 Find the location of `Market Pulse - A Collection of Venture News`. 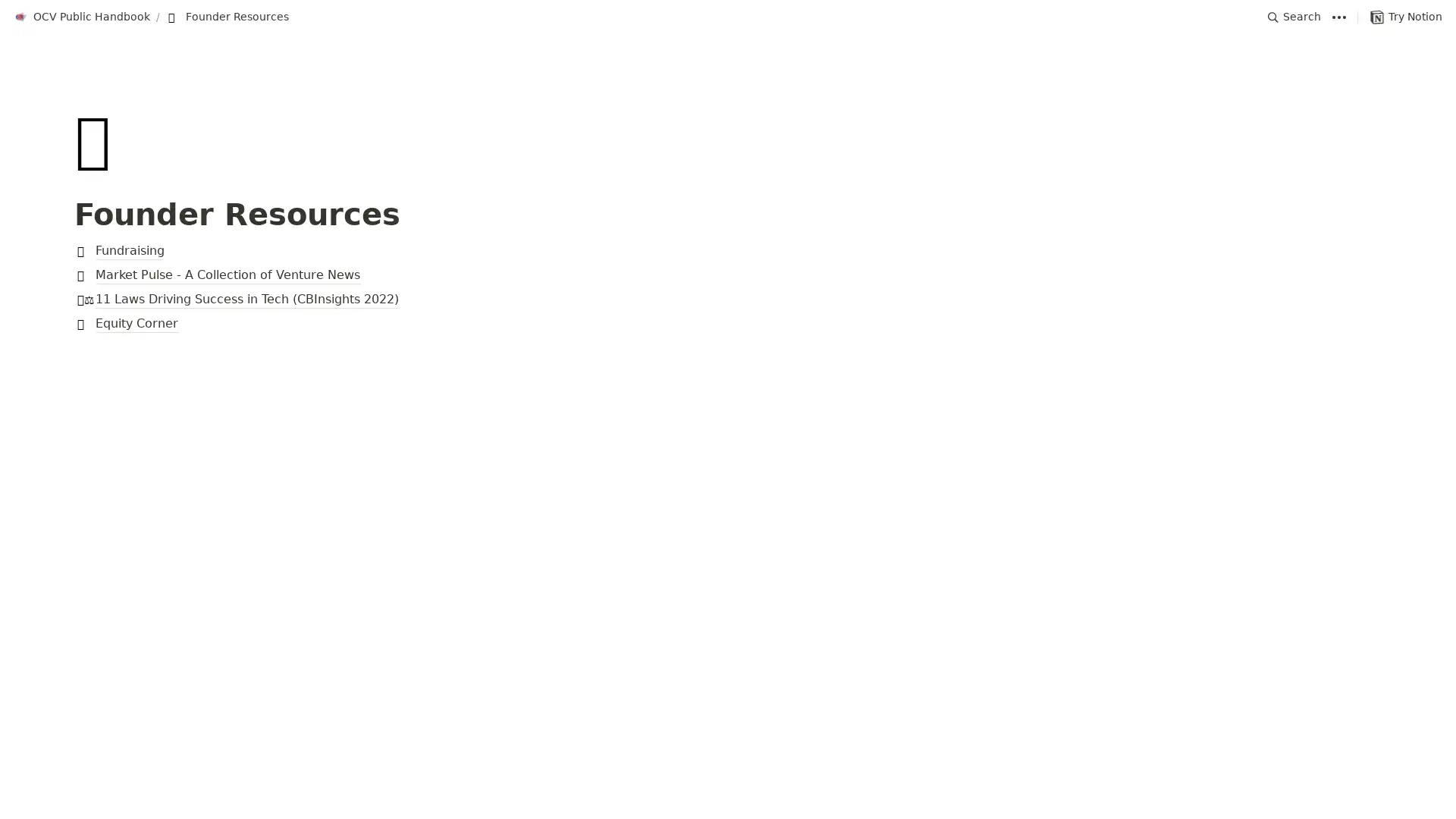

Market Pulse - A Collection of Venture News is located at coordinates (728, 275).